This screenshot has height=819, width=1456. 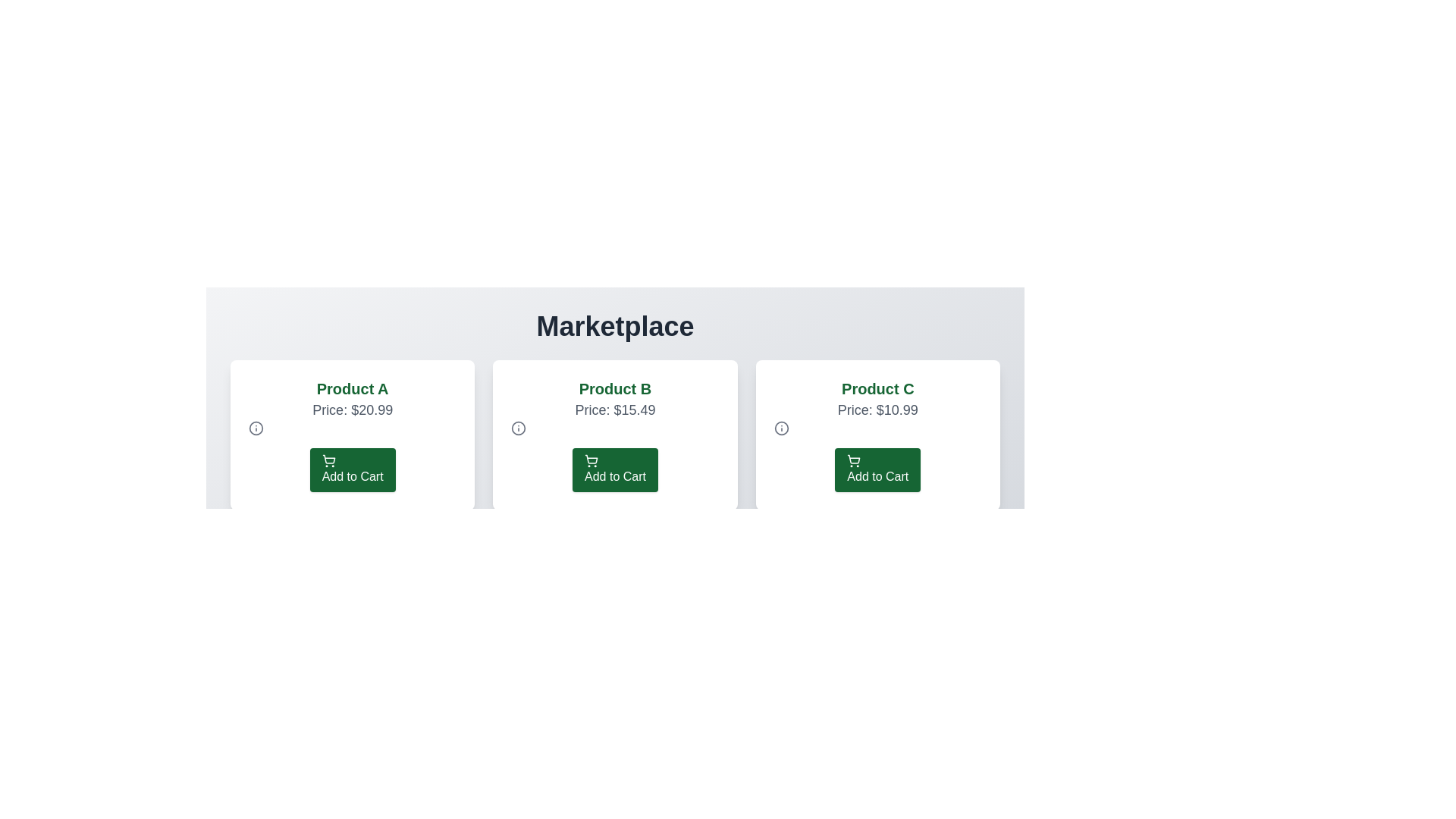 I want to click on the text label representing the product name 'Product C' located at the top of its card on the rightmost side of the marketplace display, so click(x=877, y=388).